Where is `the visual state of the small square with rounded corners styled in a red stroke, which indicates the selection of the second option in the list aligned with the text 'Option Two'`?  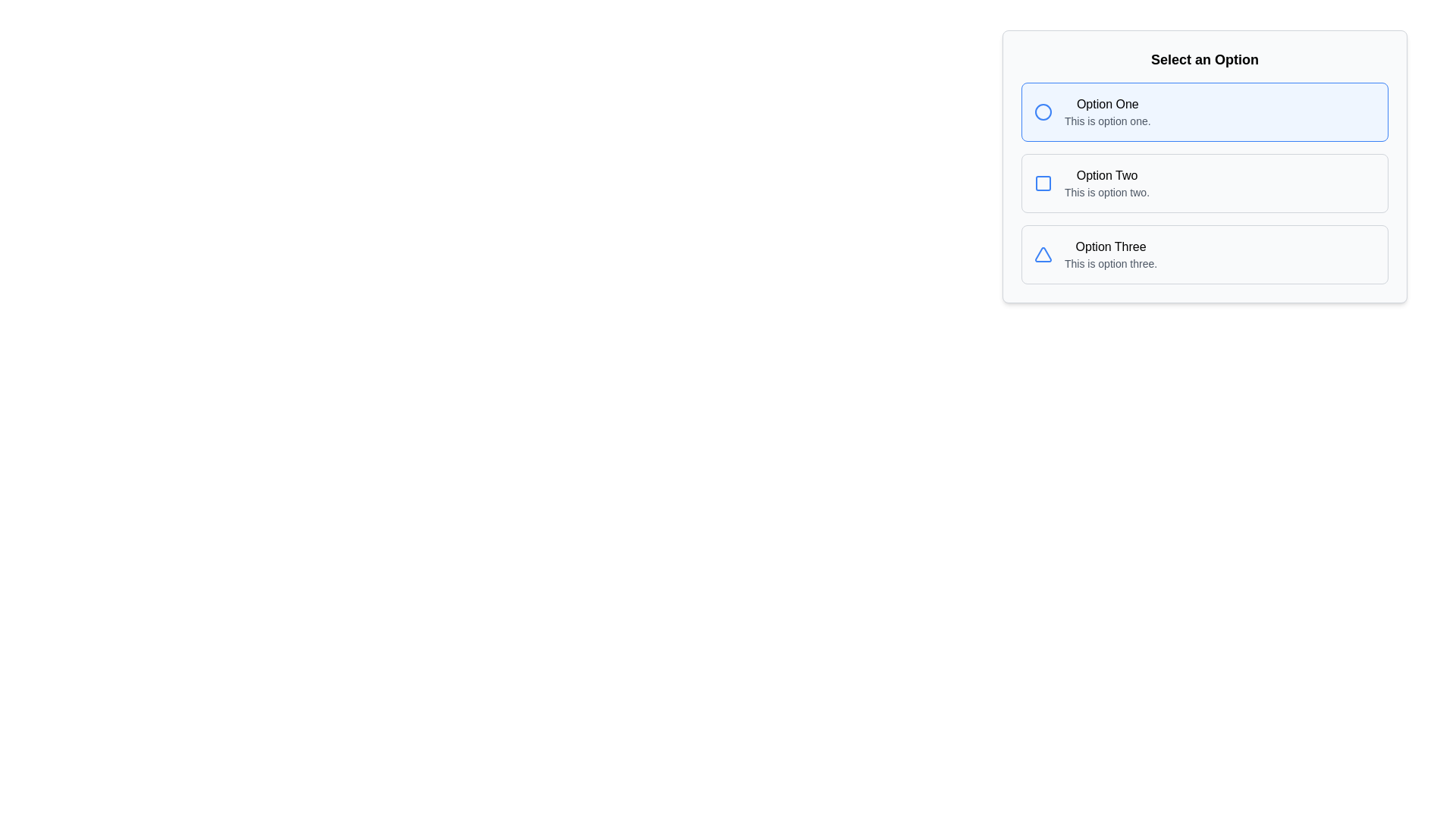
the visual state of the small square with rounded corners styled in a red stroke, which indicates the selection of the second option in the list aligned with the text 'Option Two' is located at coordinates (1043, 183).